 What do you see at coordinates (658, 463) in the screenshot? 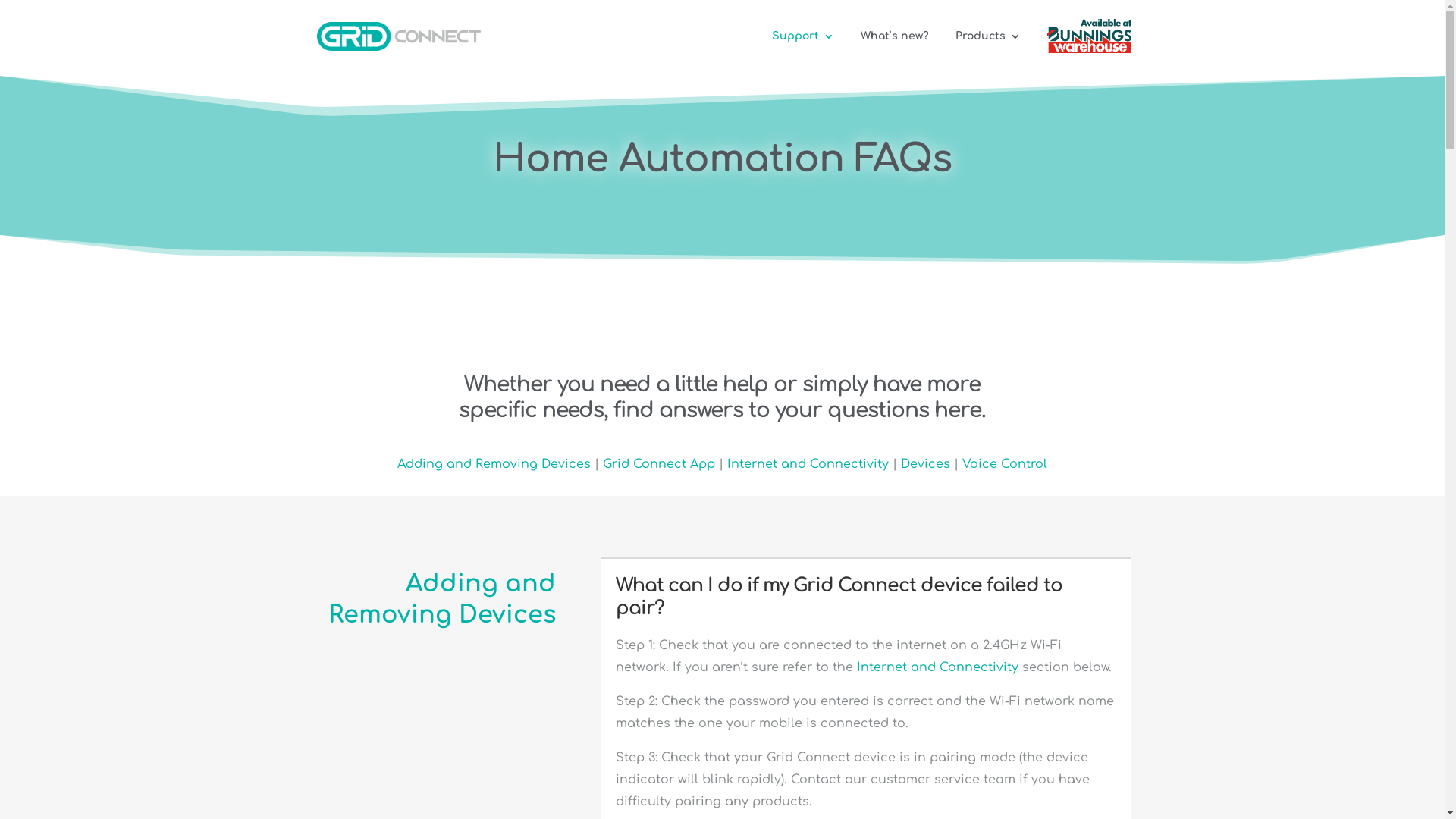
I see `'Grid Connect App'` at bounding box center [658, 463].